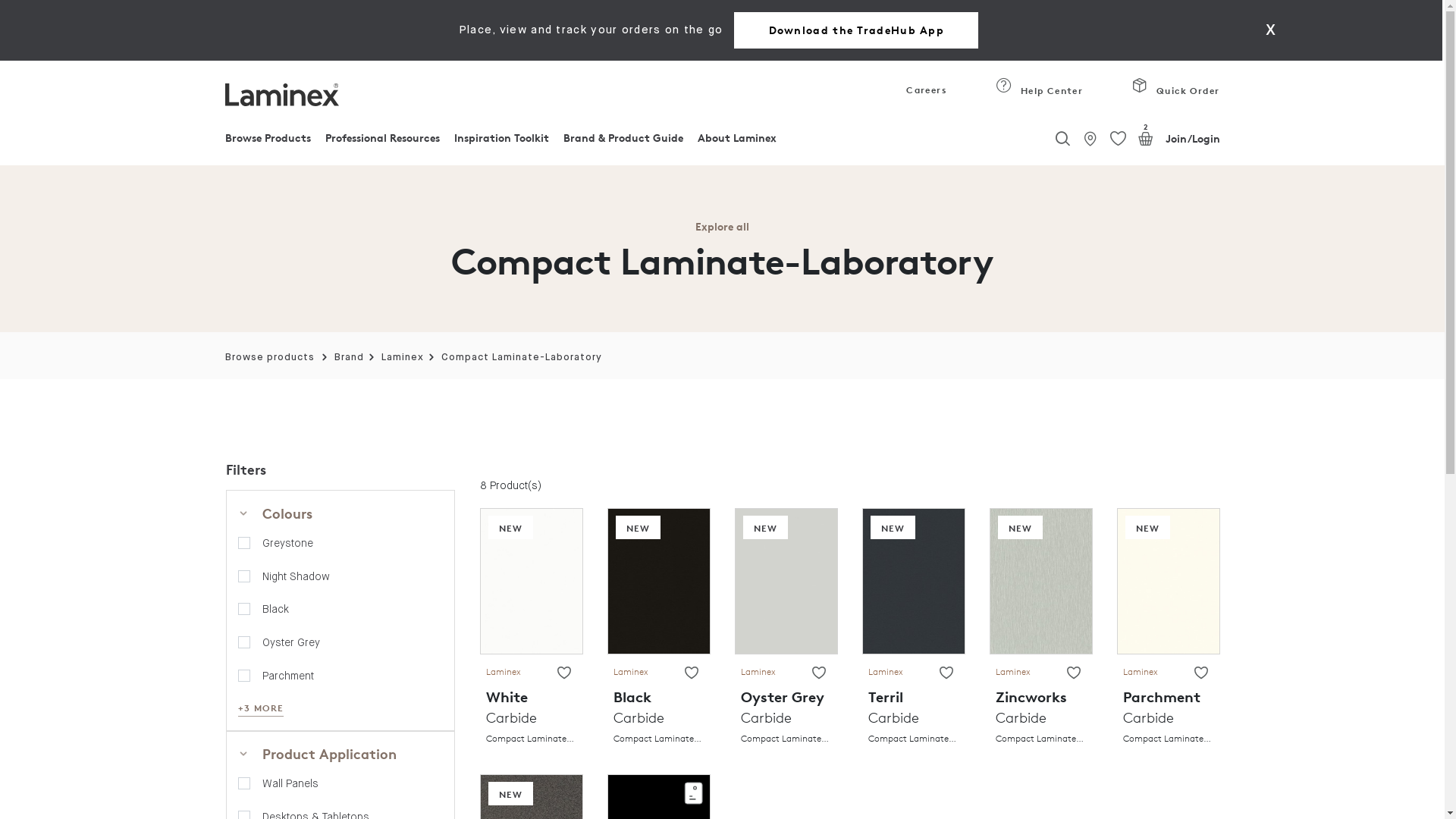 This screenshot has height=819, width=1456. I want to click on '+3 MORE', so click(261, 708).